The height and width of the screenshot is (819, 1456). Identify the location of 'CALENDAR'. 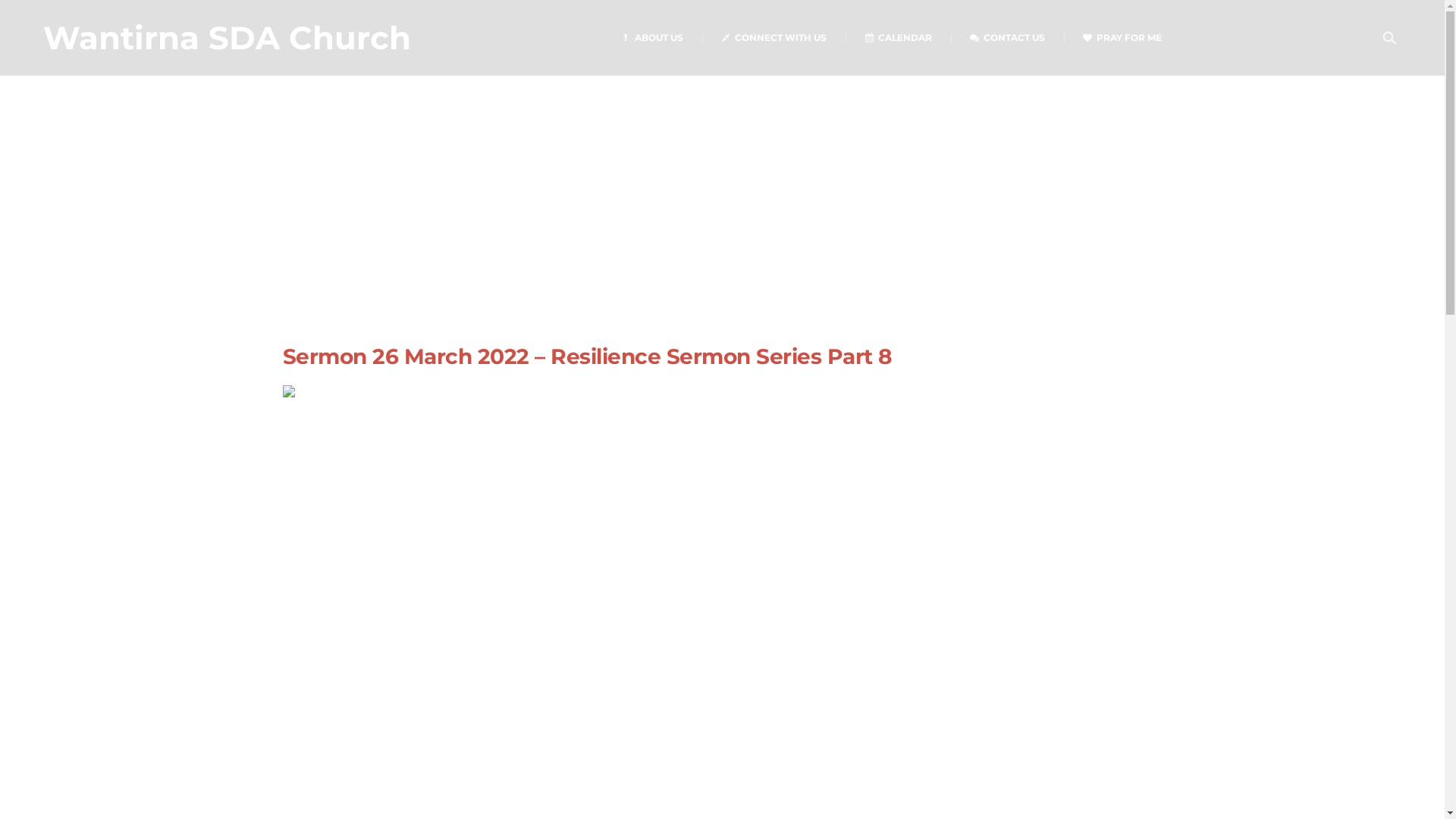
(898, 36).